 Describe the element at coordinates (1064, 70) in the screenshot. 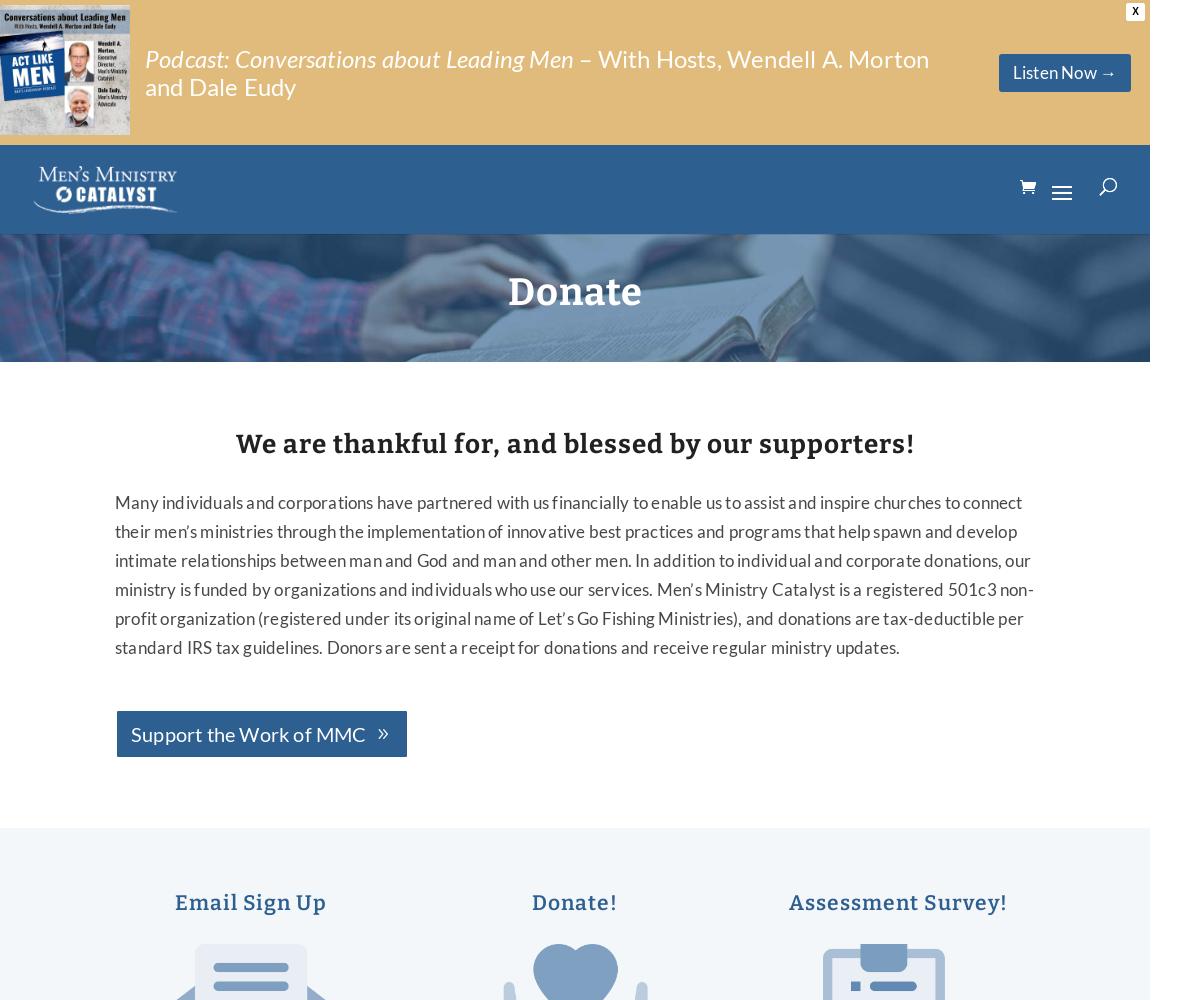

I see `'Listen Now →'` at that location.